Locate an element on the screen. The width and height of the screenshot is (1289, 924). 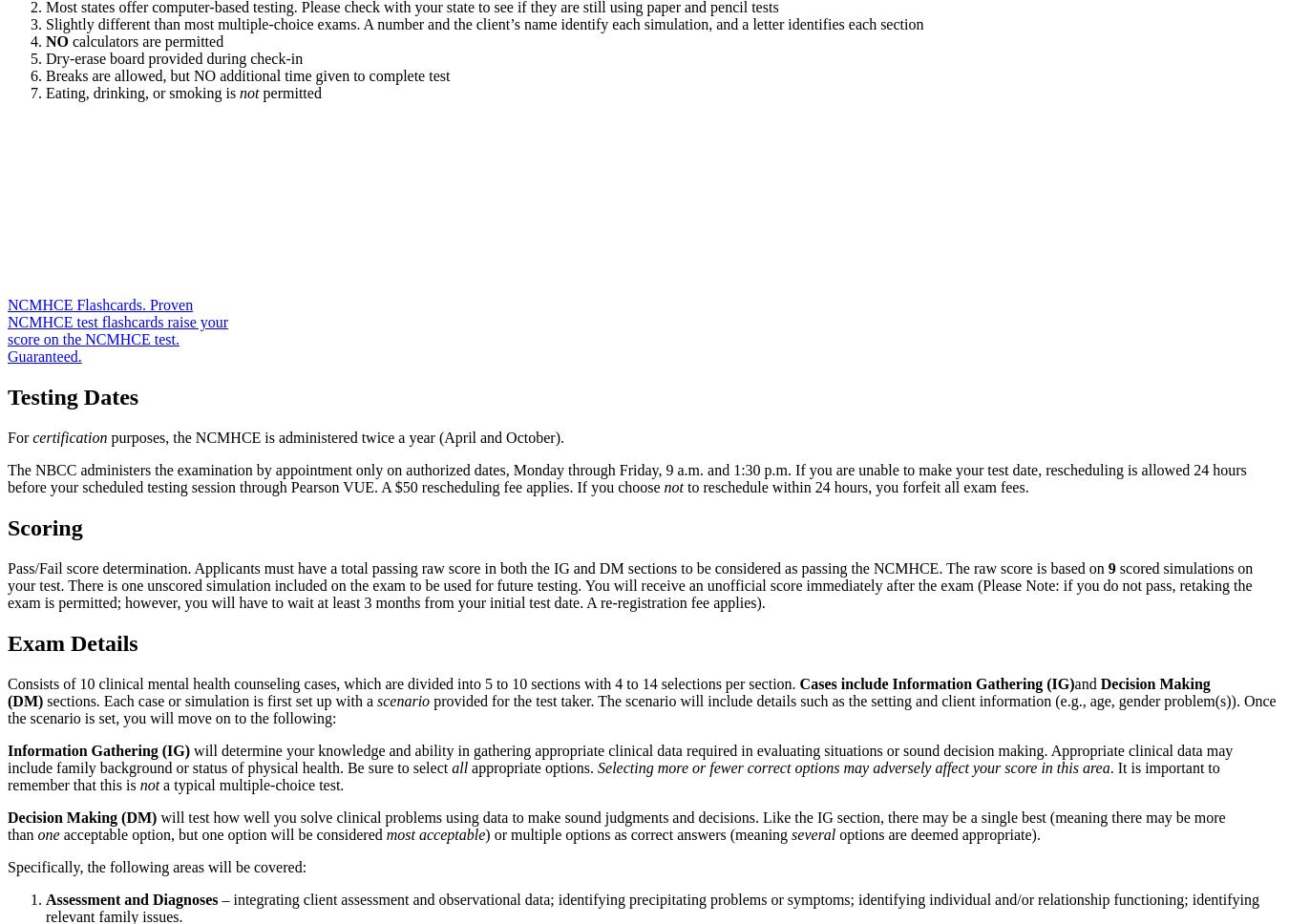
'will test how well you solve clinical problems using data to make sound judgments and decisions. Like the IG section, there may be a single best (meaning there may be more than' is located at coordinates (616, 824).